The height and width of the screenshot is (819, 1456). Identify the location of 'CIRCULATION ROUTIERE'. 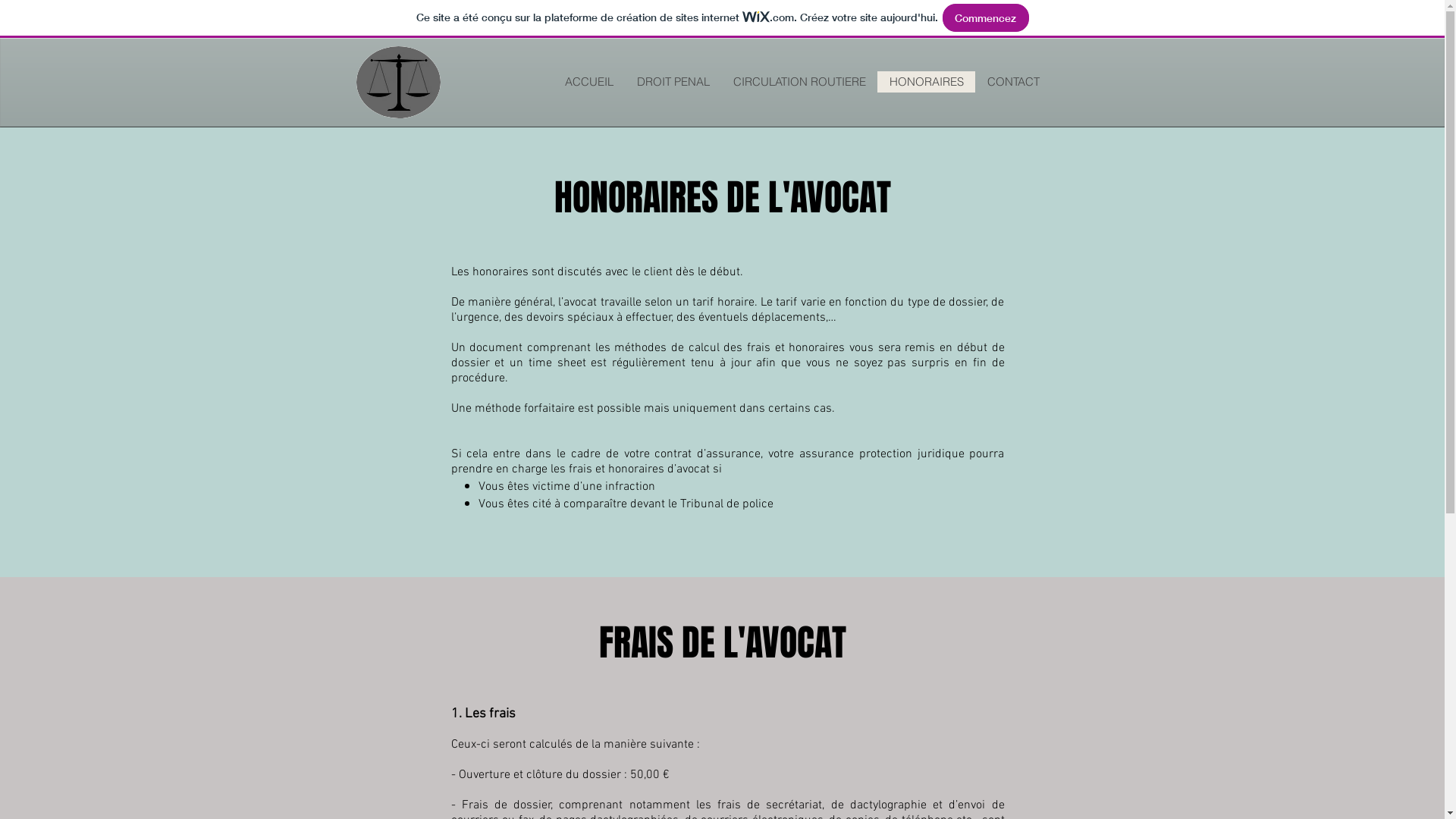
(797, 82).